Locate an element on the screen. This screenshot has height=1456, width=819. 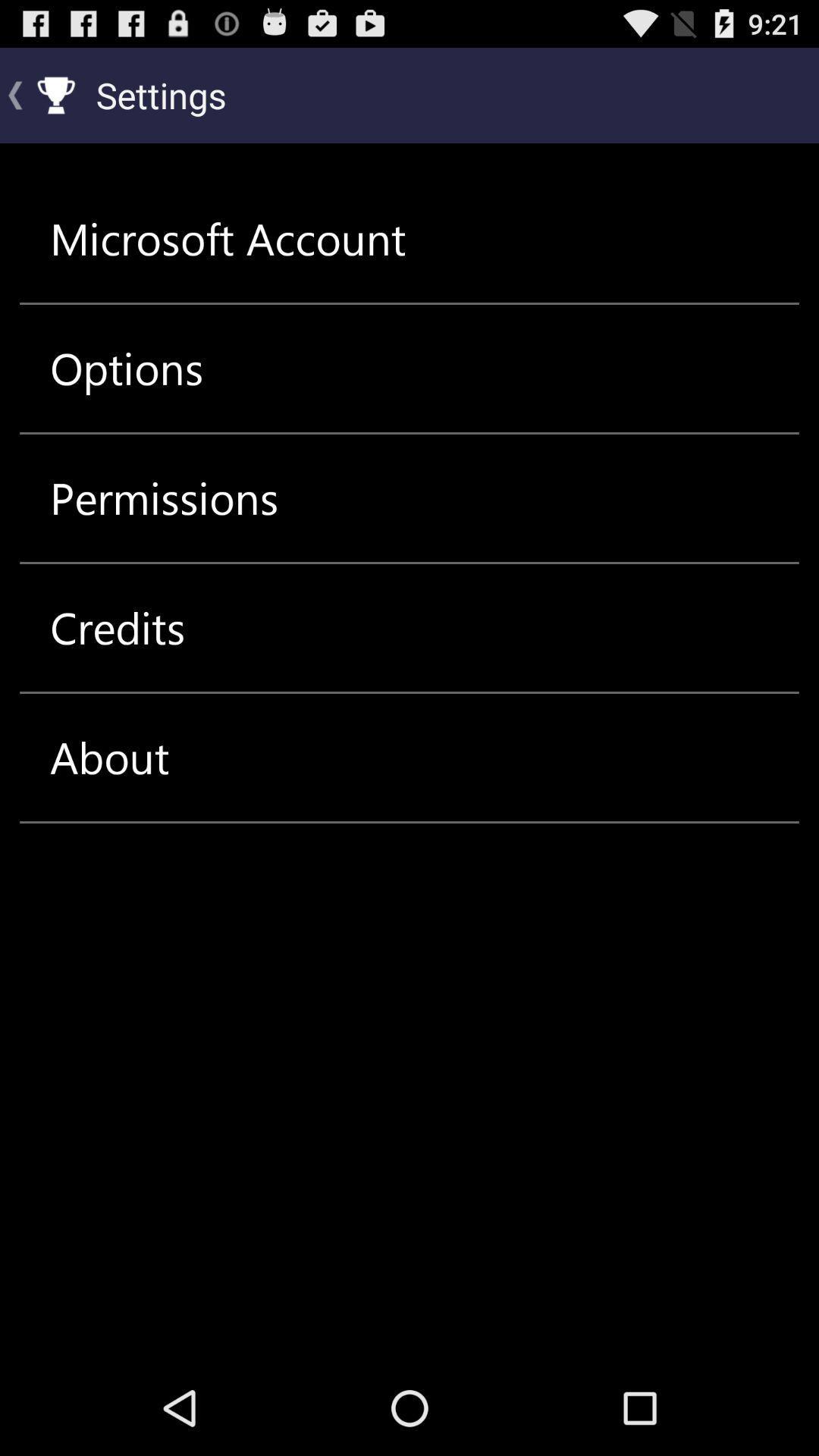
icon above credits item is located at coordinates (164, 498).